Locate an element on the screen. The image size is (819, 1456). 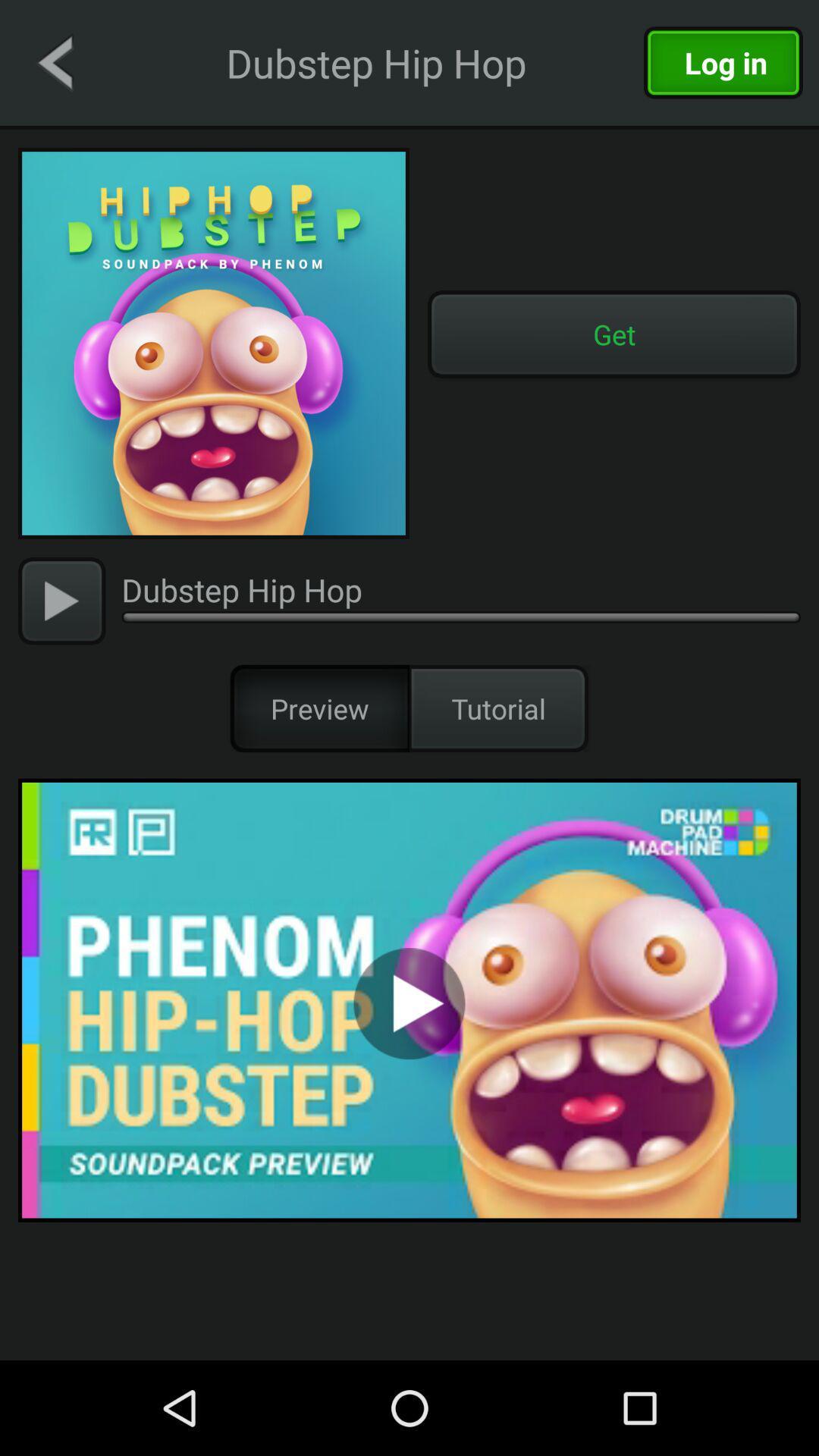
the item next to the preview item is located at coordinates (499, 708).